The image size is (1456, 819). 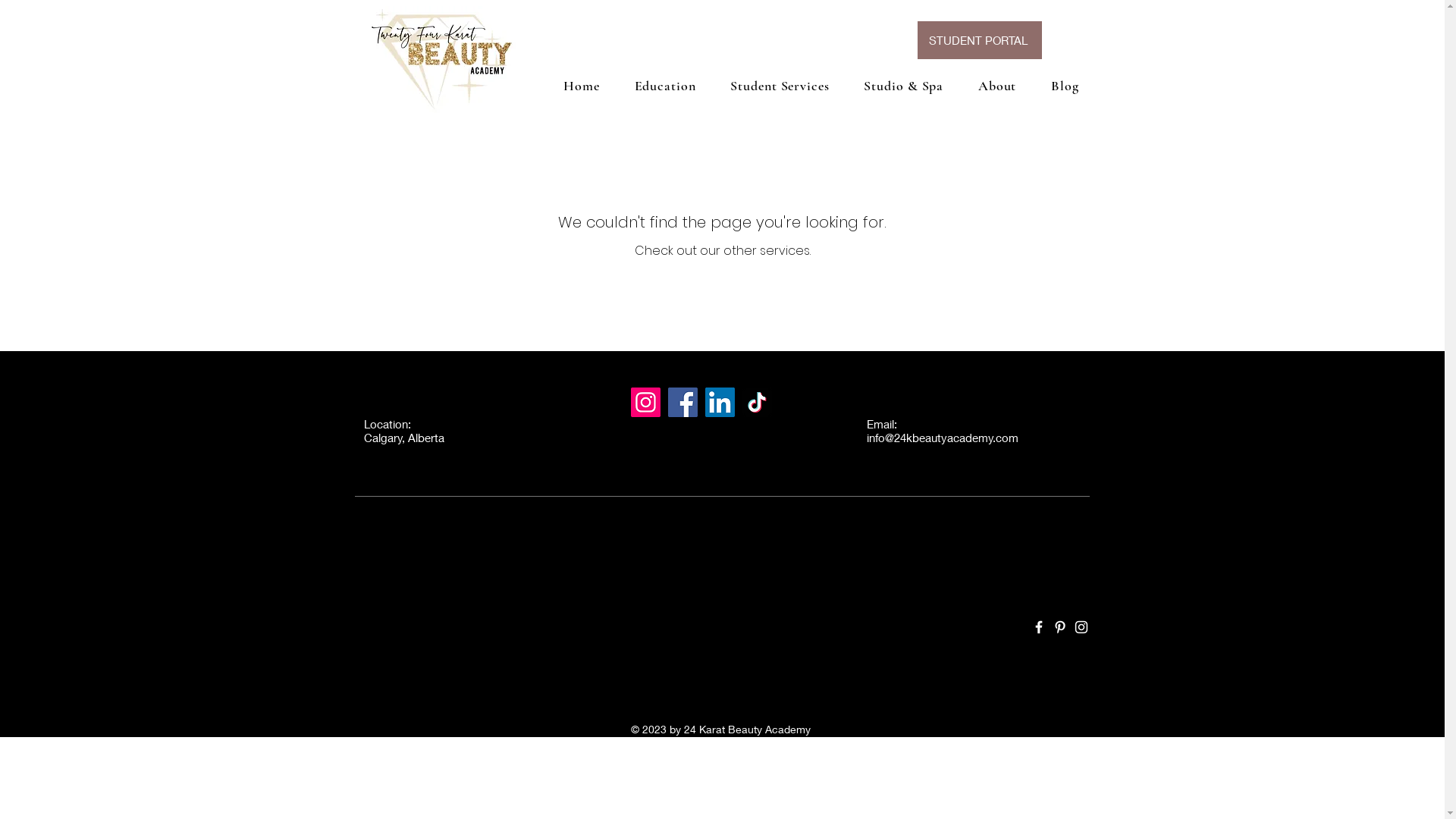 I want to click on 'STUDENT PORTAL', so click(x=916, y=39).